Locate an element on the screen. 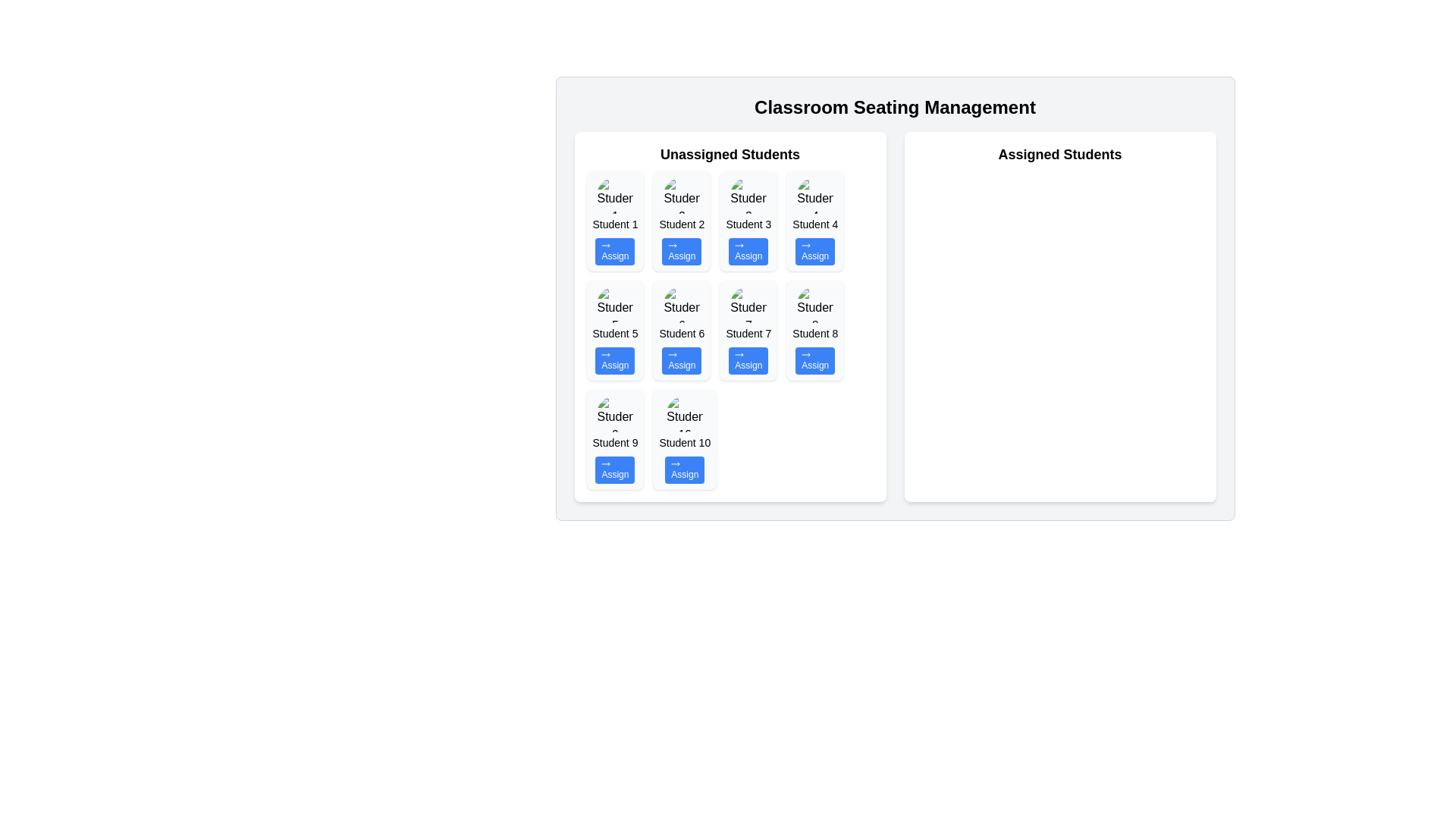 This screenshot has height=819, width=1456. the directional icon associated with the 'Assign' button for 'Student 7' in the unassigned students section is located at coordinates (739, 354).